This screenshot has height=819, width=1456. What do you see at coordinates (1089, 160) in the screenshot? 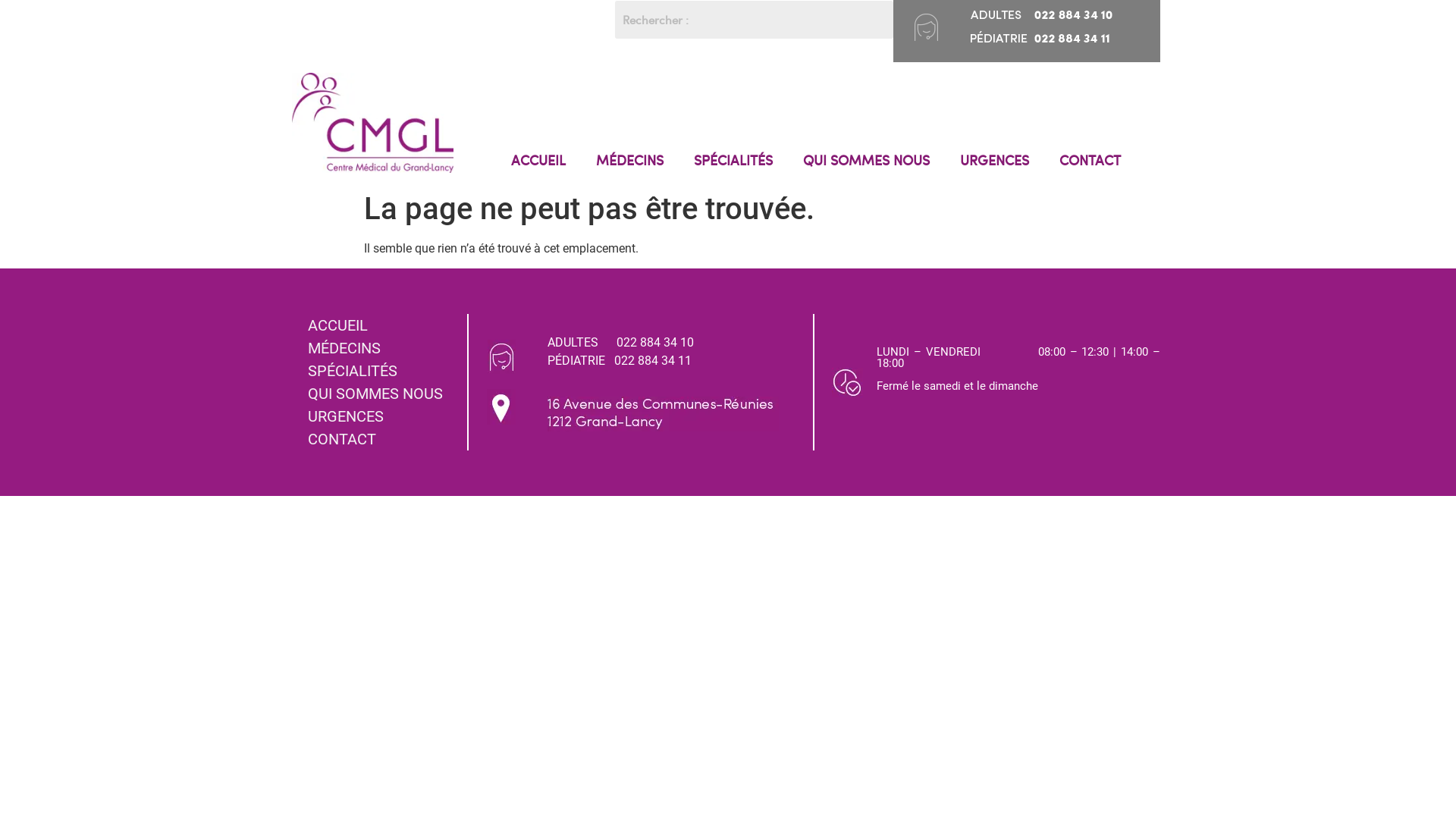
I see `'CONTACT'` at bounding box center [1089, 160].